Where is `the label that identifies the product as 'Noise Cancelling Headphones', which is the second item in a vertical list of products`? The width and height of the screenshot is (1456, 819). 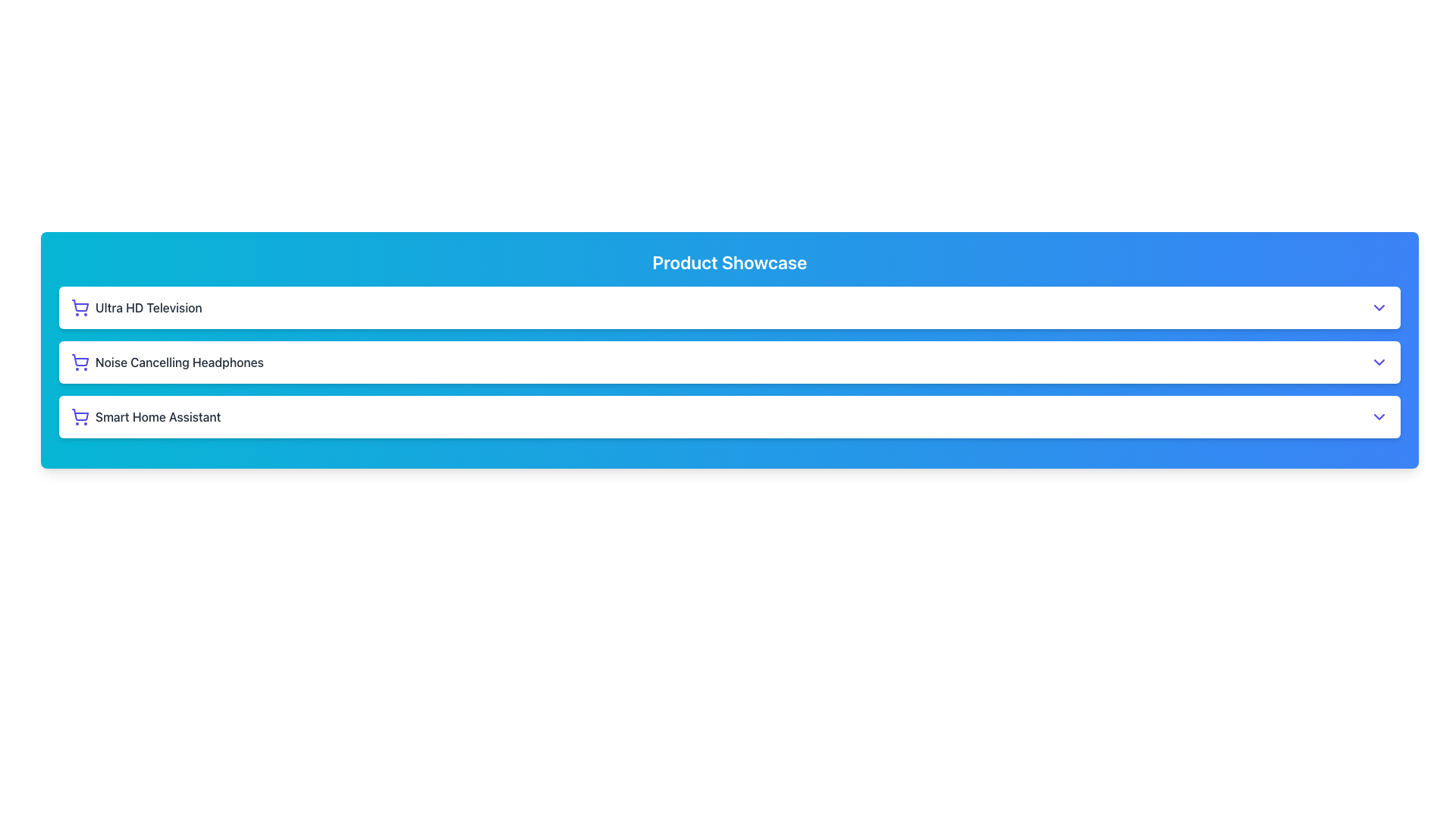
the label that identifies the product as 'Noise Cancelling Headphones', which is the second item in a vertical list of products is located at coordinates (167, 362).